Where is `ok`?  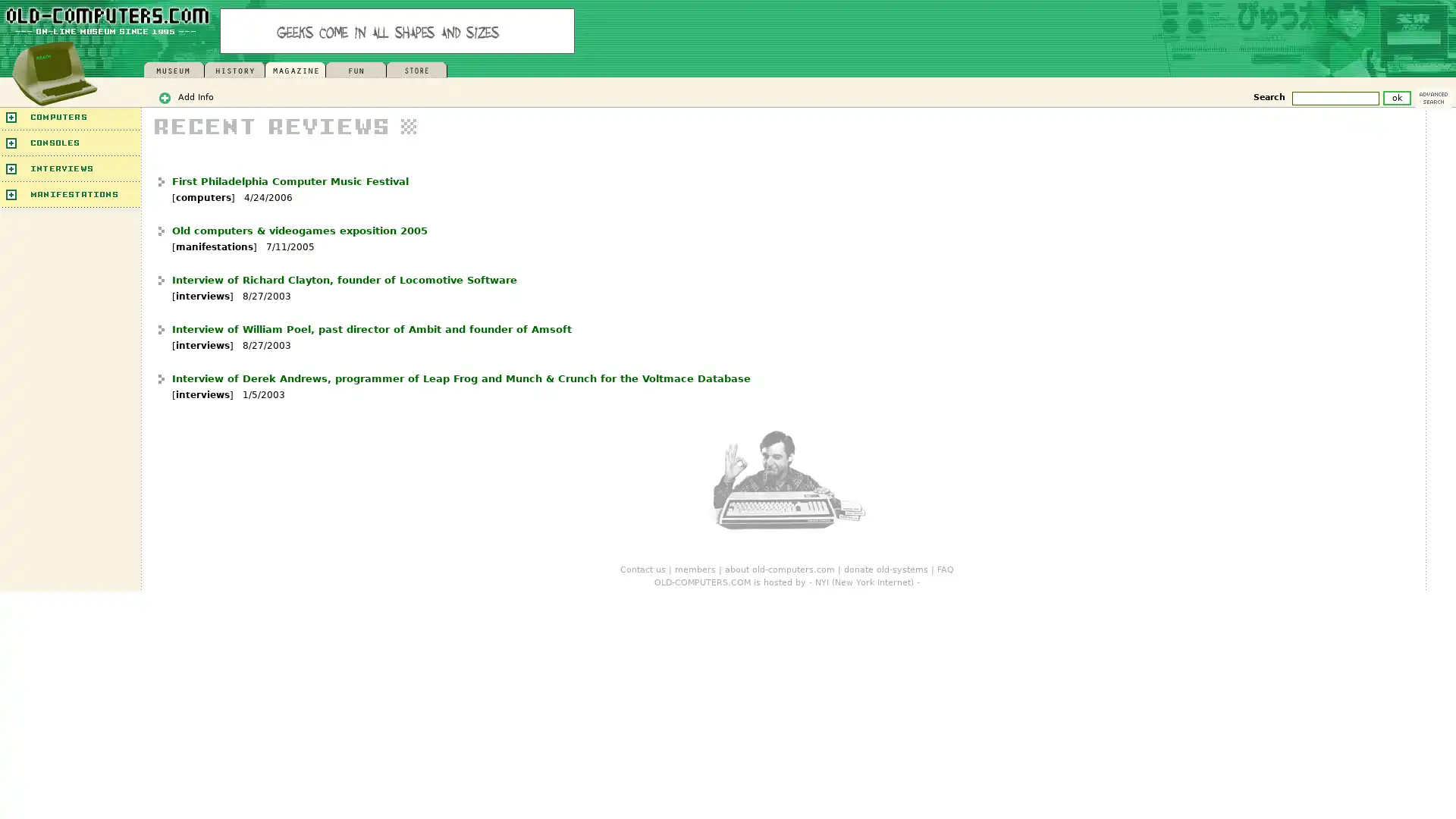
ok is located at coordinates (1396, 97).